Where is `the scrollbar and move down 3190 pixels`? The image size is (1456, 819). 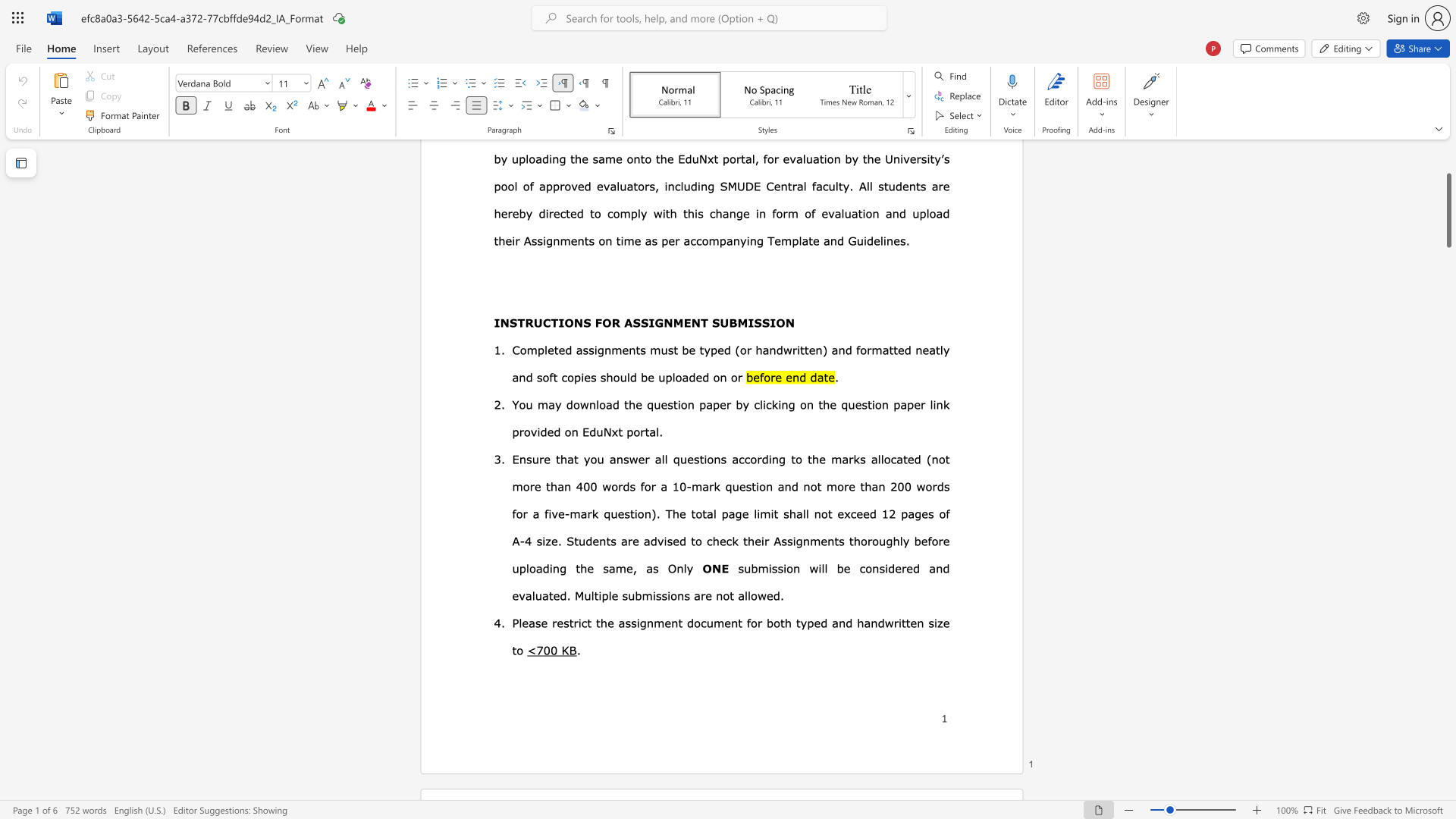
the scrollbar and move down 3190 pixels is located at coordinates (1448, 210).